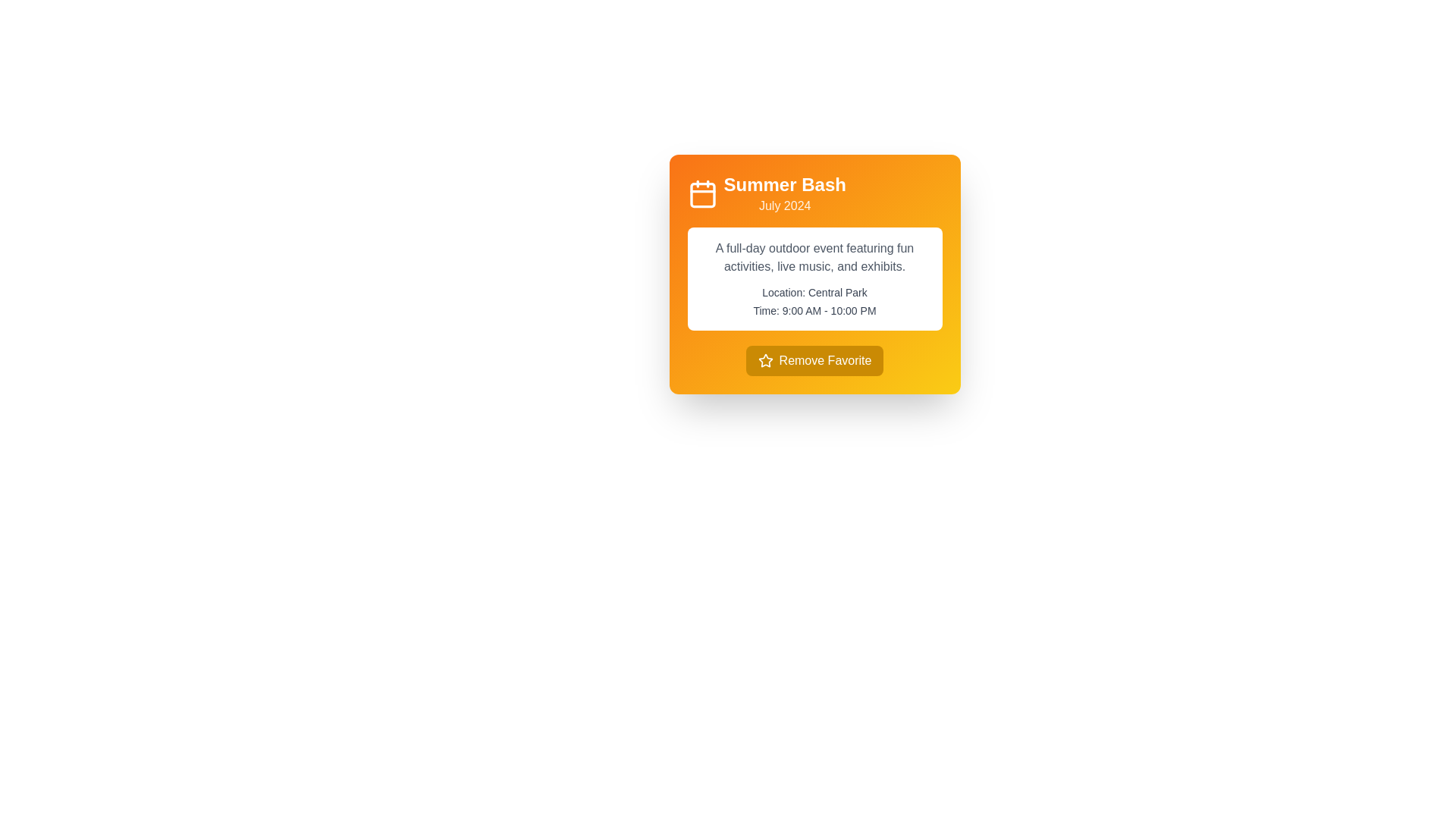  Describe the element at coordinates (814, 278) in the screenshot. I see `the white text box containing the event description text, which is located below 'Summer Bash July 2024' and above the 'Remove Favorite' button` at that location.